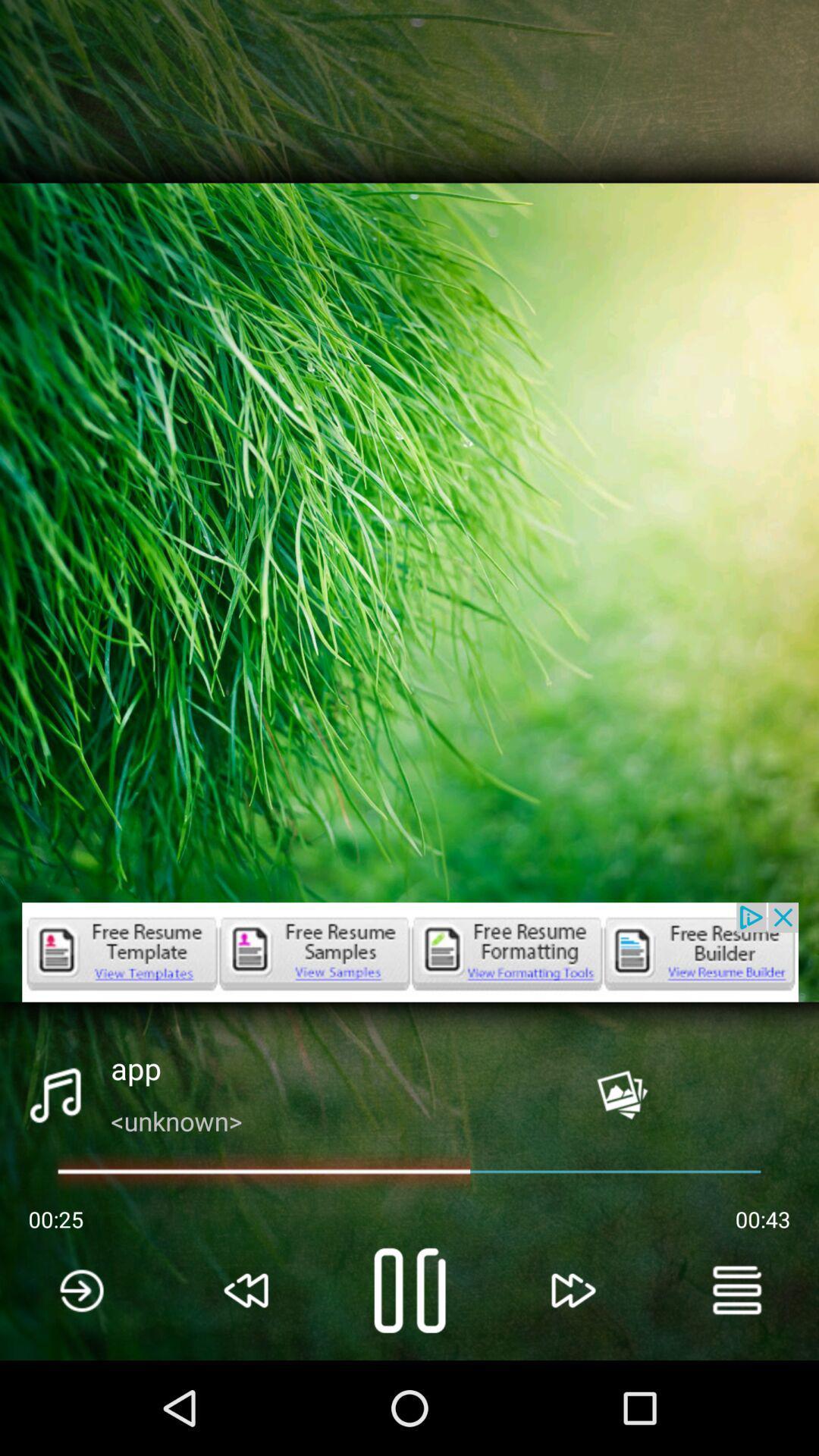 The height and width of the screenshot is (1456, 819). What do you see at coordinates (573, 1289) in the screenshot?
I see `the av_forward icon` at bounding box center [573, 1289].